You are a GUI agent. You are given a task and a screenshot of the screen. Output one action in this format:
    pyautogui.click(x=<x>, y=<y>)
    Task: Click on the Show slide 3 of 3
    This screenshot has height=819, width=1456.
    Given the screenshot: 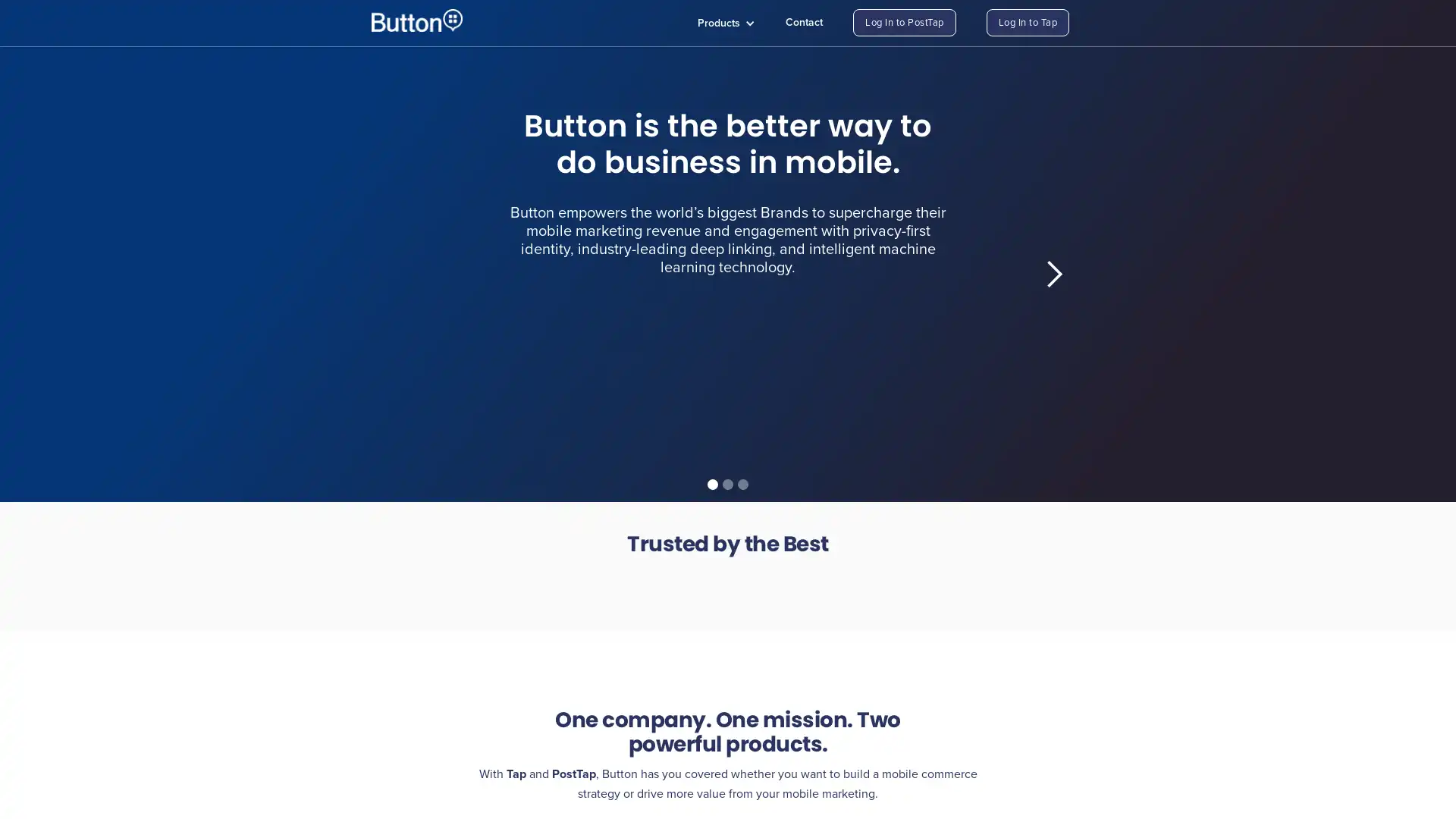 What is the action you would take?
    pyautogui.click(x=742, y=485)
    